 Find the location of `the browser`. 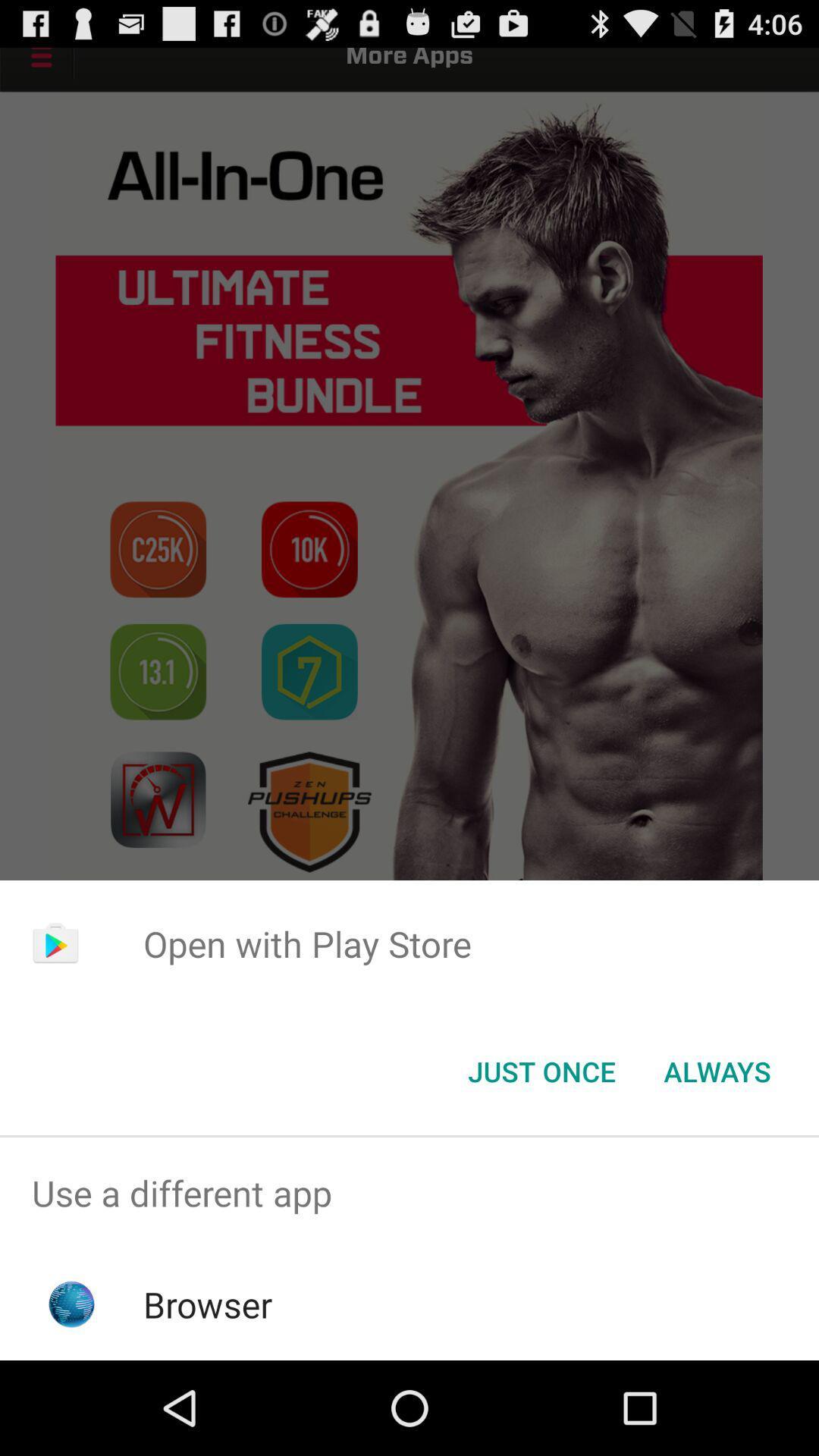

the browser is located at coordinates (208, 1304).